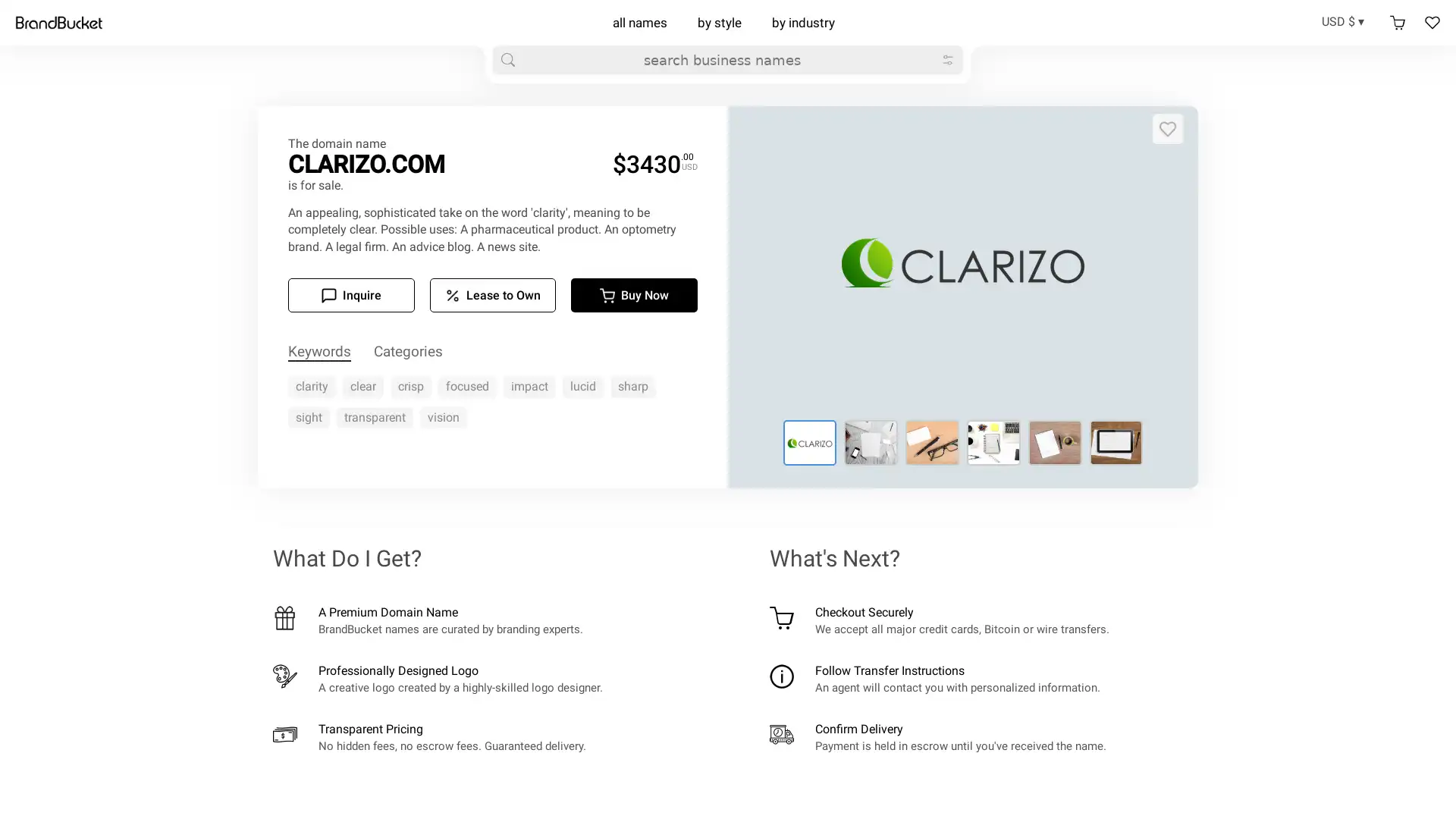 Image resolution: width=1456 pixels, height=819 pixels. What do you see at coordinates (931, 442) in the screenshot?
I see `Logo for clarizo.com` at bounding box center [931, 442].